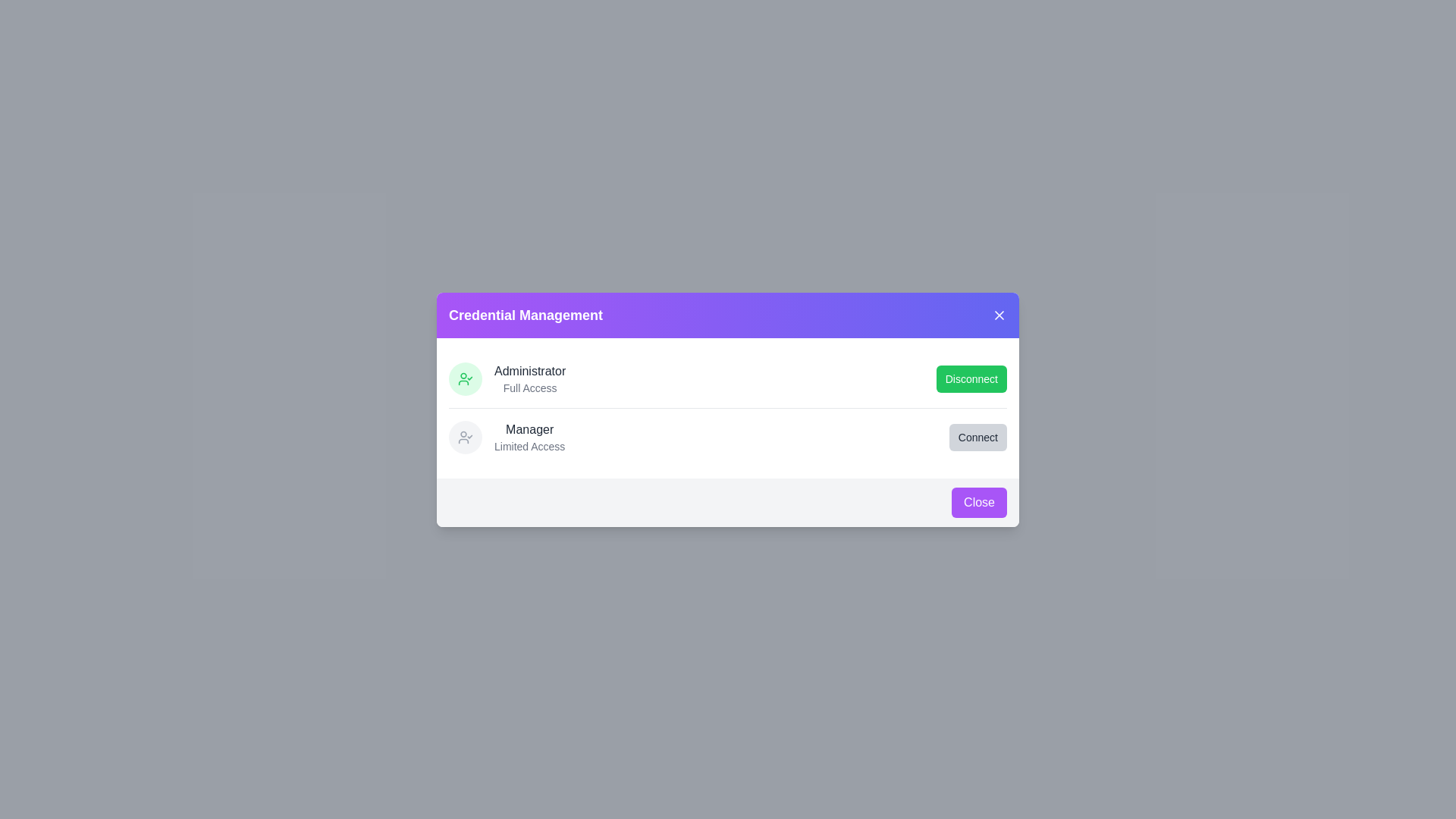 The height and width of the screenshot is (819, 1456). Describe the element at coordinates (529, 445) in the screenshot. I see `the accessibility level text label associated with the 'Manager' role, positioned beneath the 'Manager' label and to the right of the avatar icon in the 'Credential Management' dialog box` at that location.